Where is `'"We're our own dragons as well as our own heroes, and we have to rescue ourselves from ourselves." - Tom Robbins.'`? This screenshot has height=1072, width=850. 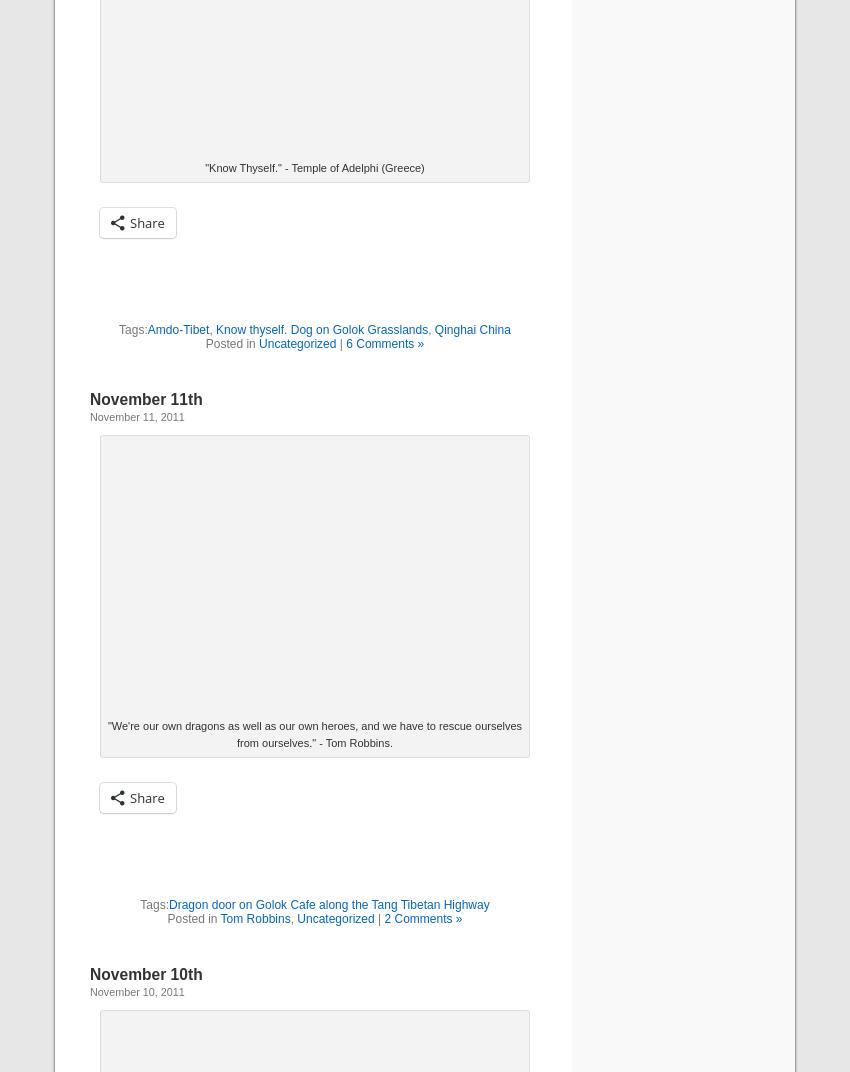
'"We're our own dragons as well as our own heroes, and we have to rescue ourselves from ourselves." - Tom Robbins.' is located at coordinates (106, 733).